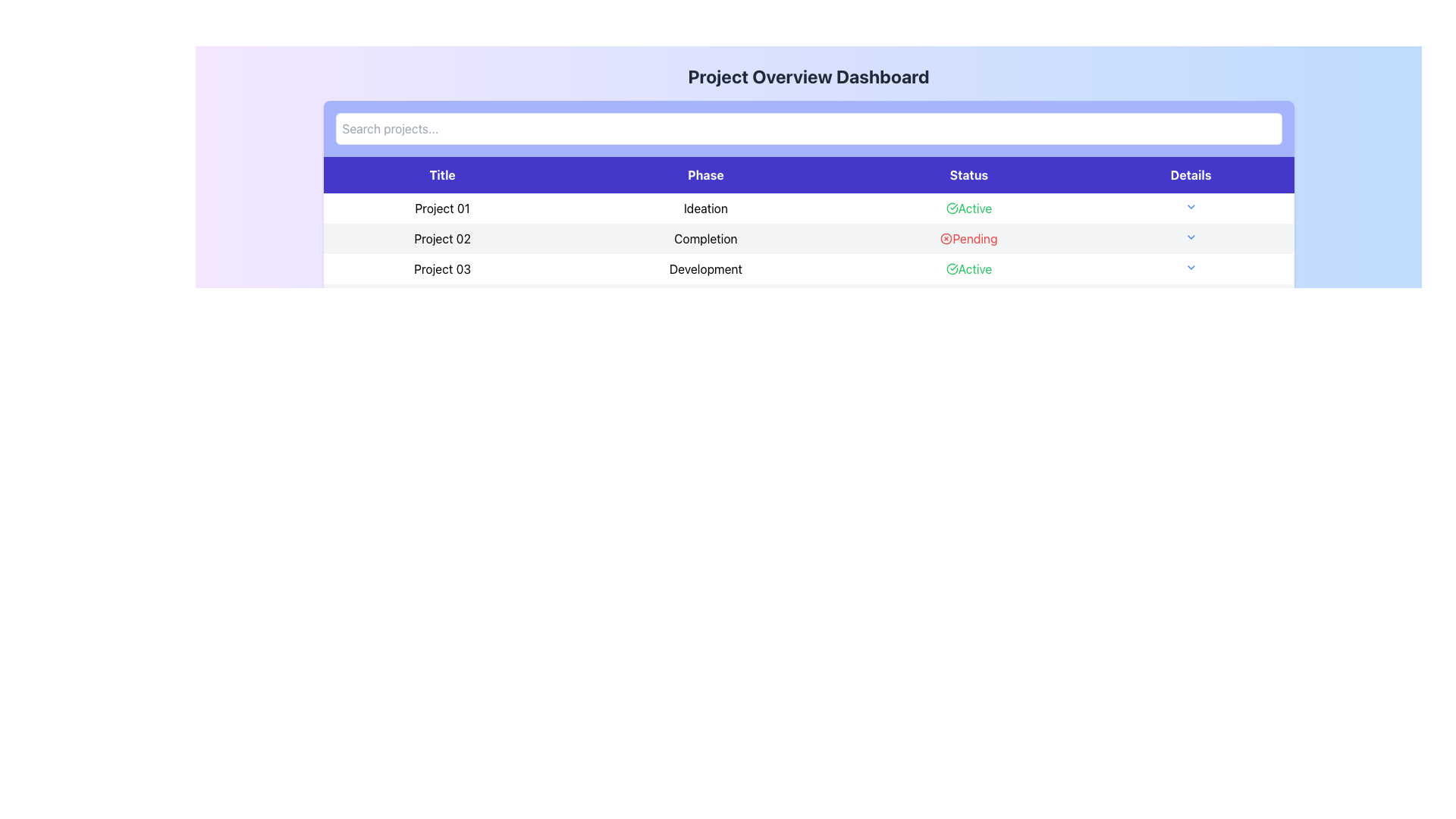 The width and height of the screenshot is (1456, 819). What do you see at coordinates (946, 239) in the screenshot?
I see `the circular icon with a red cross inside, located in the 'Status' column of the second row corresponding to the 'Completion' phase in the project dashboard table` at bounding box center [946, 239].